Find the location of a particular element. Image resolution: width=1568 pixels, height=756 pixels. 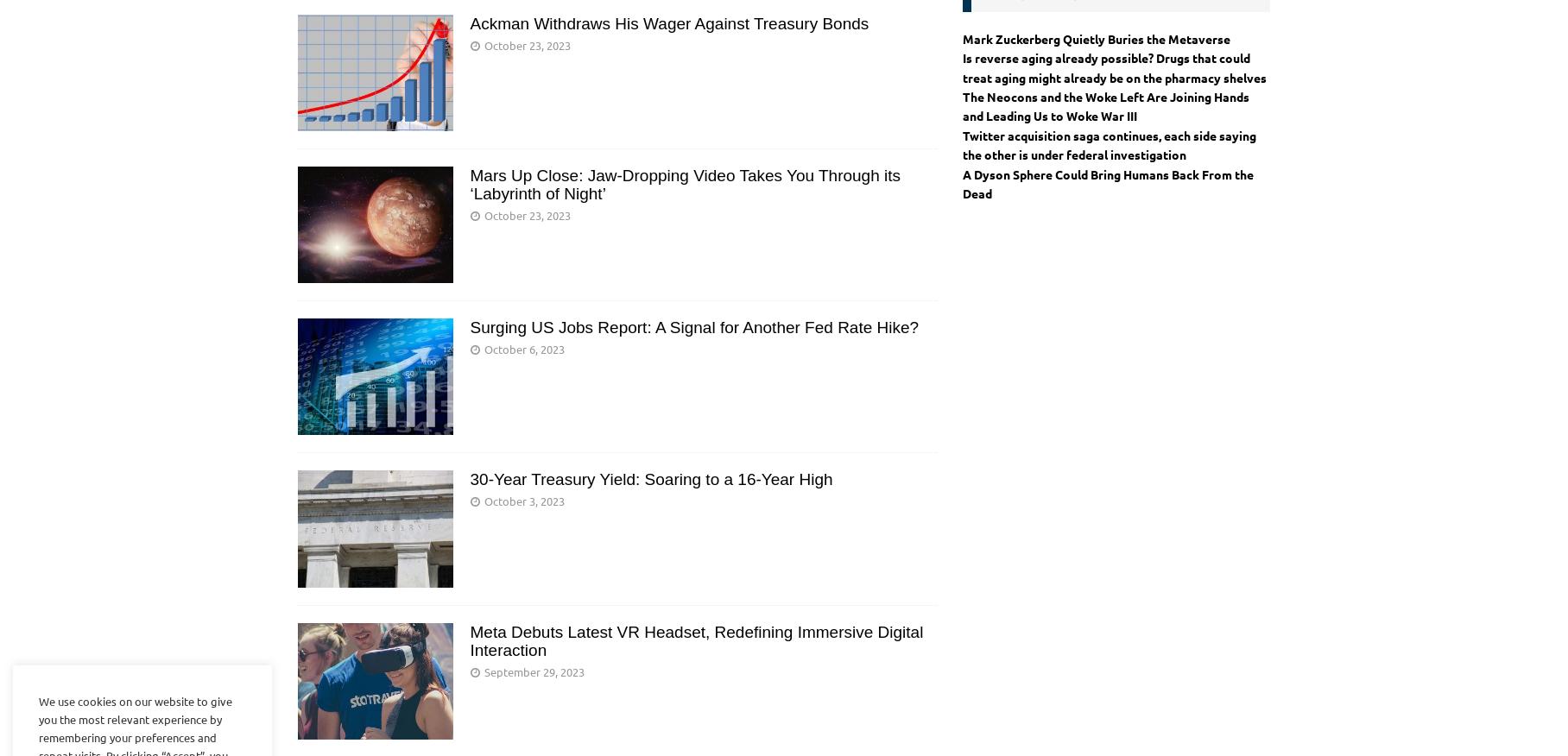

'Twitter acquisition saga continues, each side saying the other is under federal investigation' is located at coordinates (1107, 144).